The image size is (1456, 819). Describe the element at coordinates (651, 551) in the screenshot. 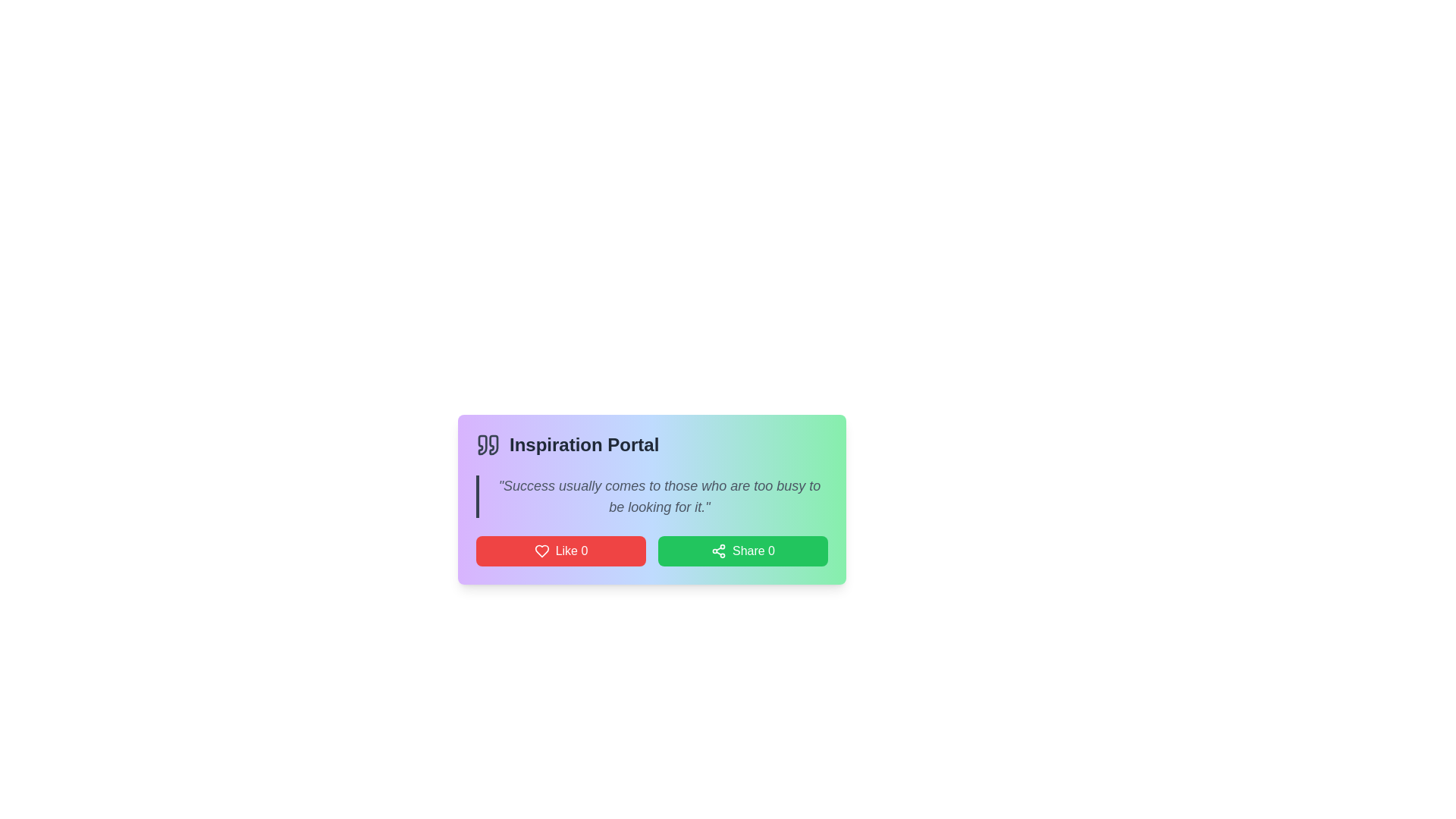

I see `the 'Share' button in the dual button group, which is green with a share icon and the text 'Share 0', to observe a hover animation` at that location.